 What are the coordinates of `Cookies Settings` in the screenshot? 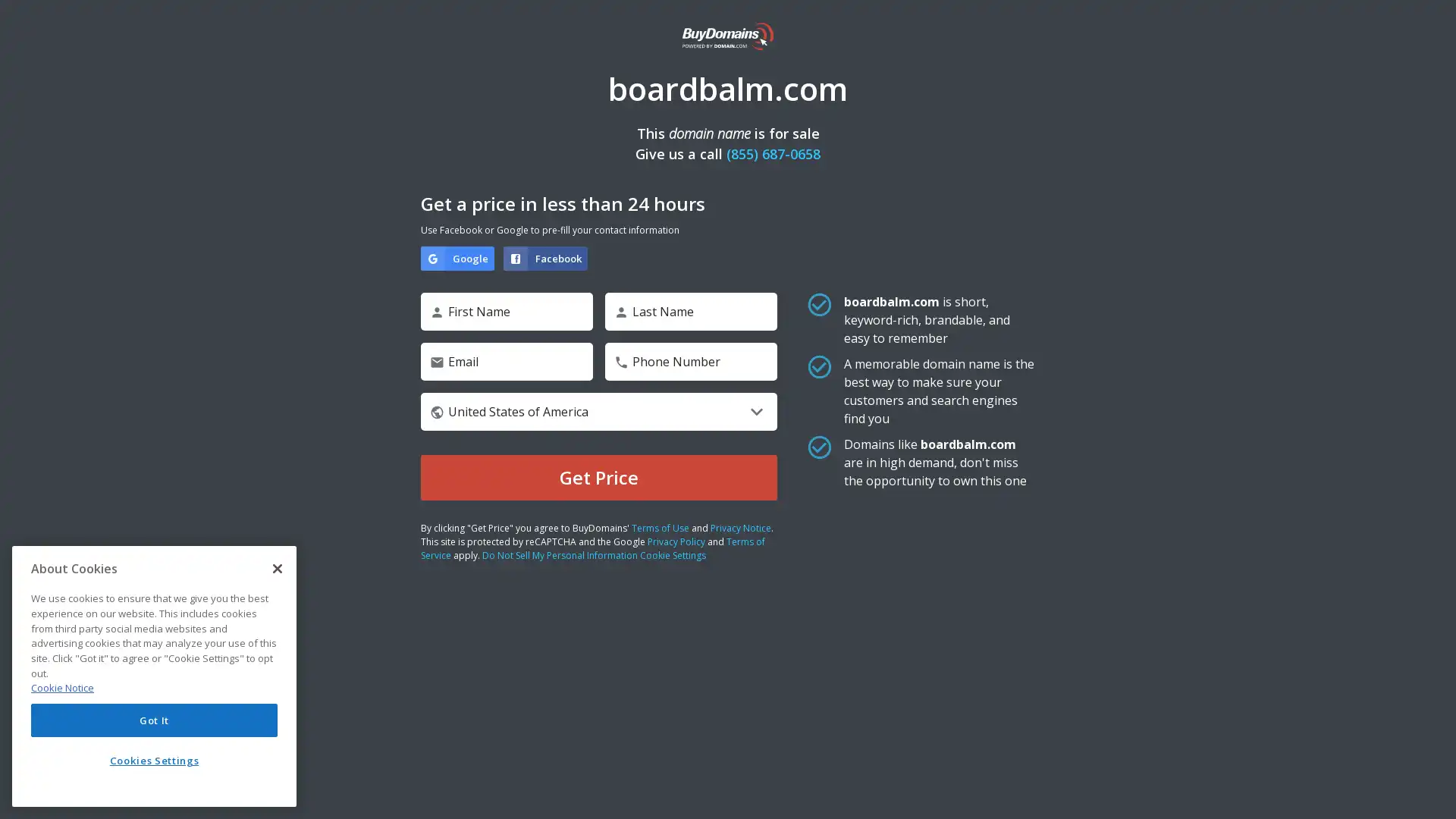 It's located at (154, 760).